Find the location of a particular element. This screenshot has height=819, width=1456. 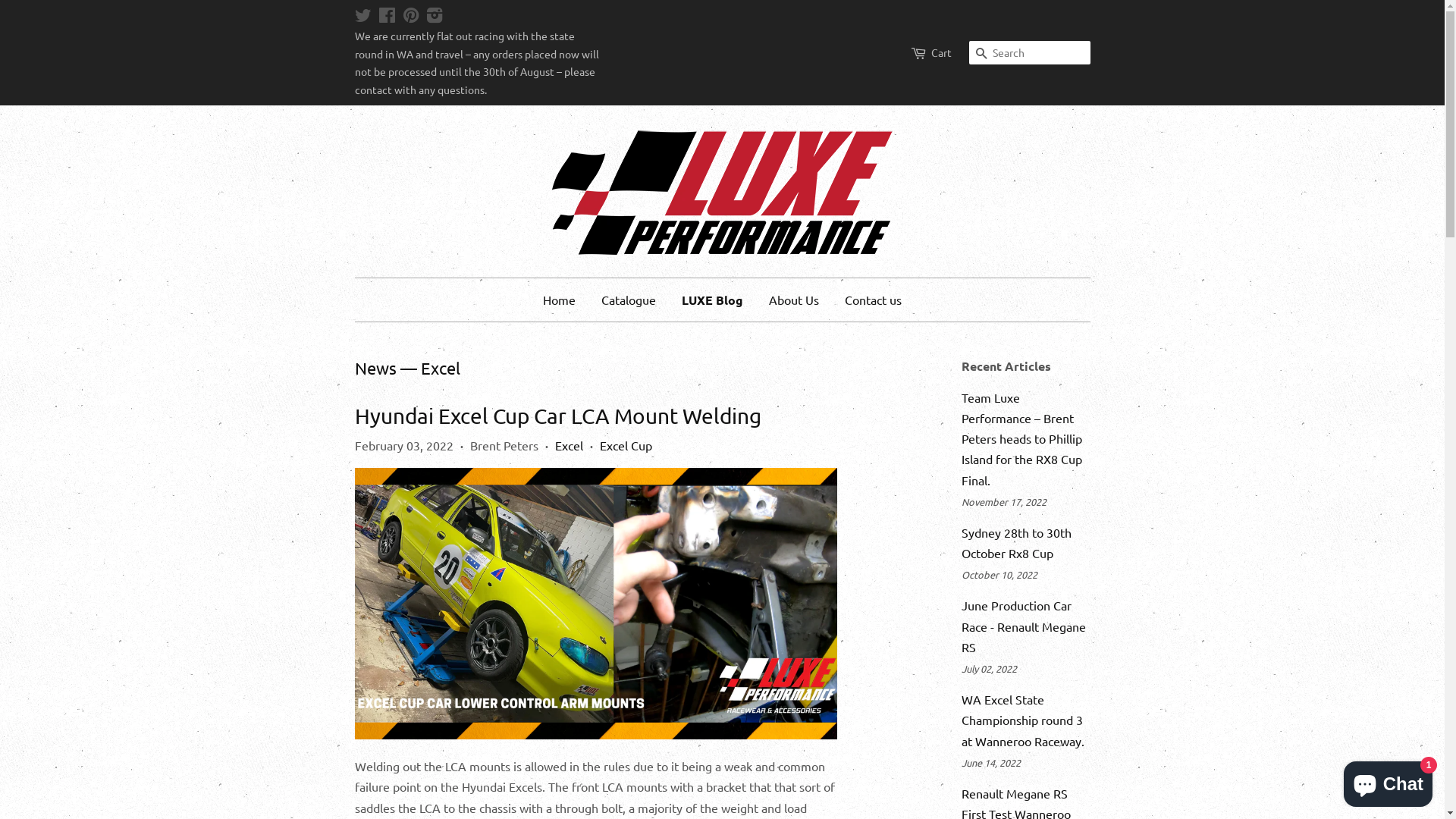

'Excel Cup' is located at coordinates (625, 444).